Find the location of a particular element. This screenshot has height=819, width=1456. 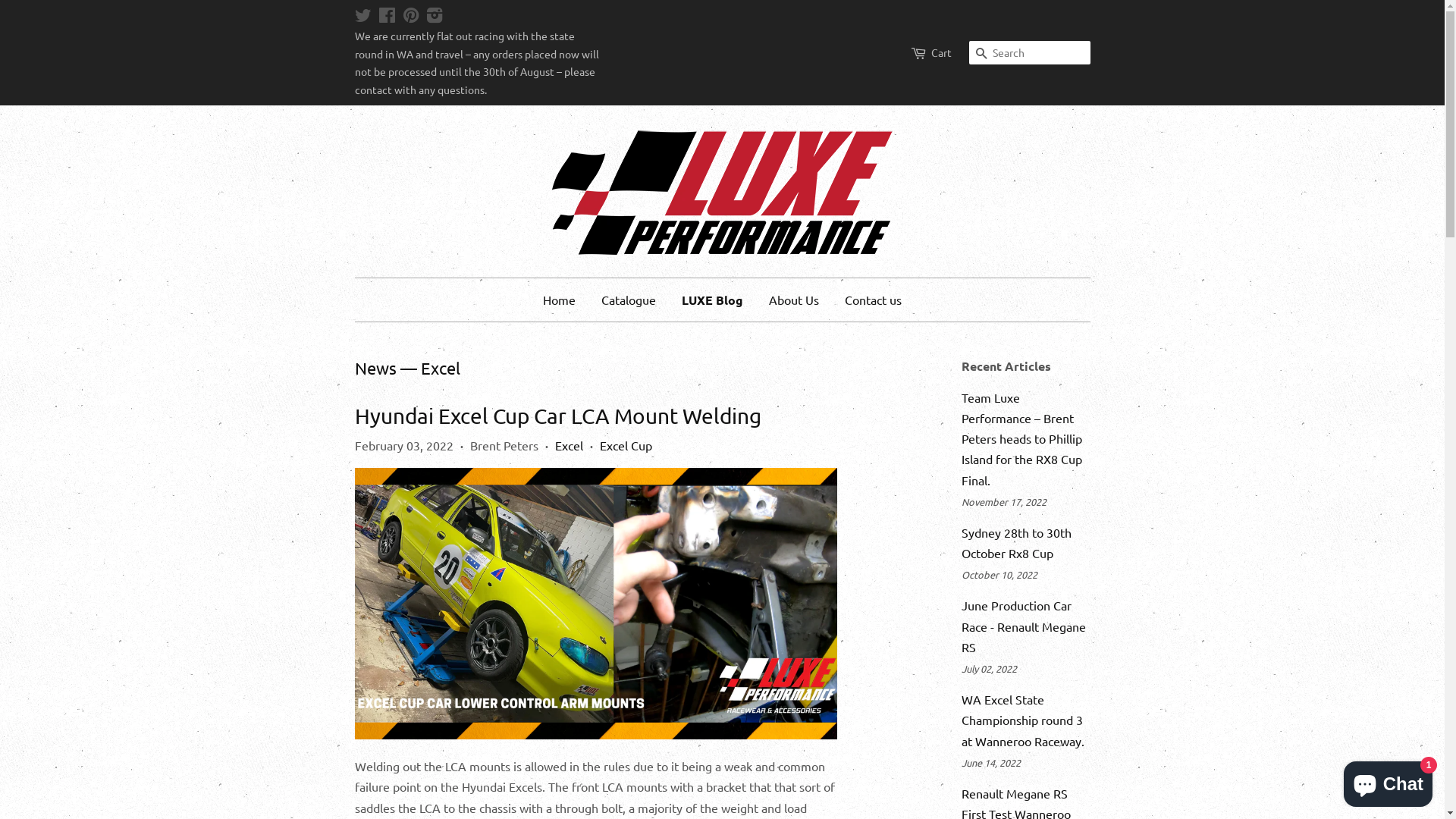

'Excel Cup' is located at coordinates (625, 444).